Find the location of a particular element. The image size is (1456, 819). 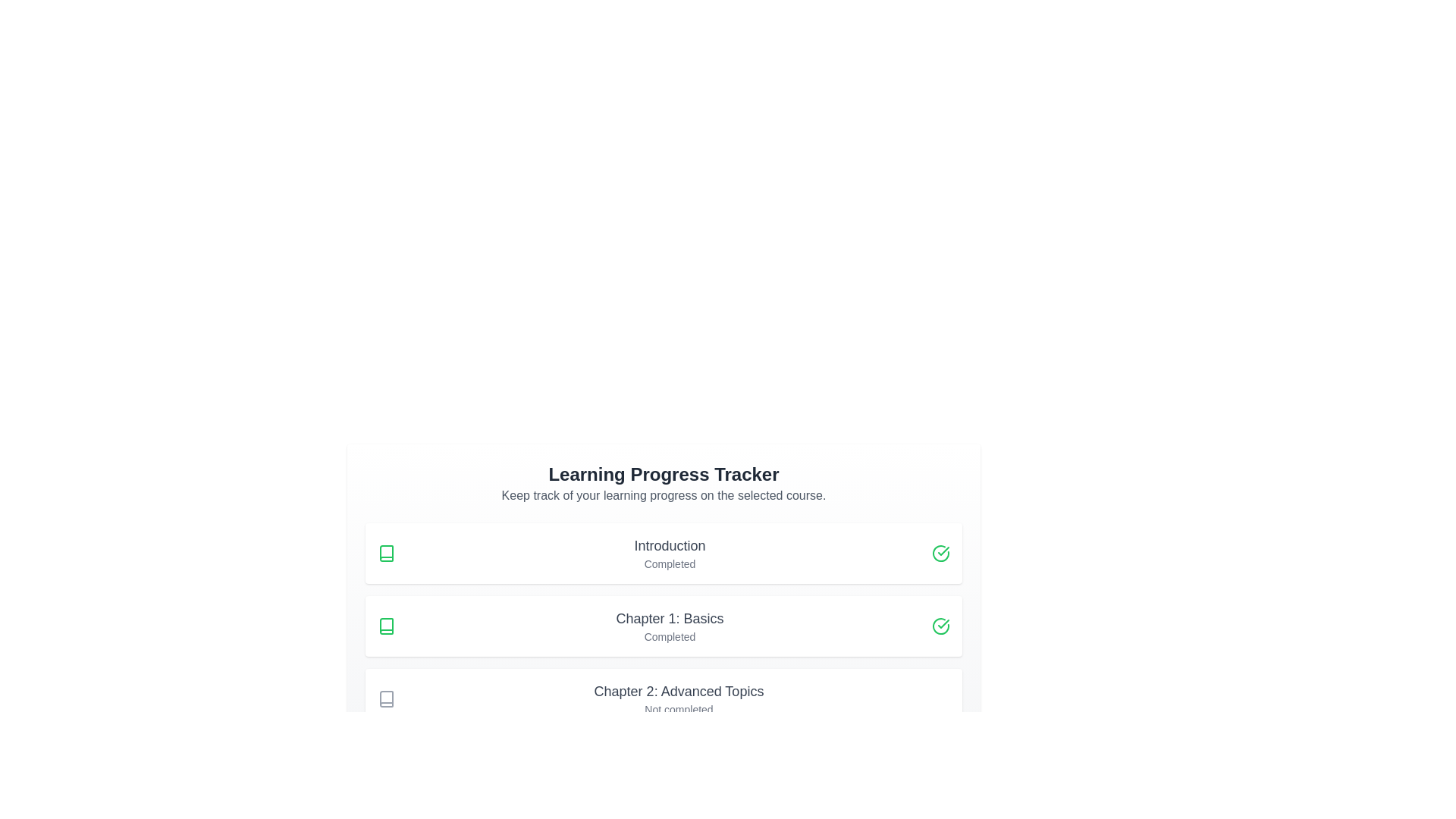

heading 'Learning Progress Tracker' of the Informational header to understand the context is located at coordinates (664, 483).